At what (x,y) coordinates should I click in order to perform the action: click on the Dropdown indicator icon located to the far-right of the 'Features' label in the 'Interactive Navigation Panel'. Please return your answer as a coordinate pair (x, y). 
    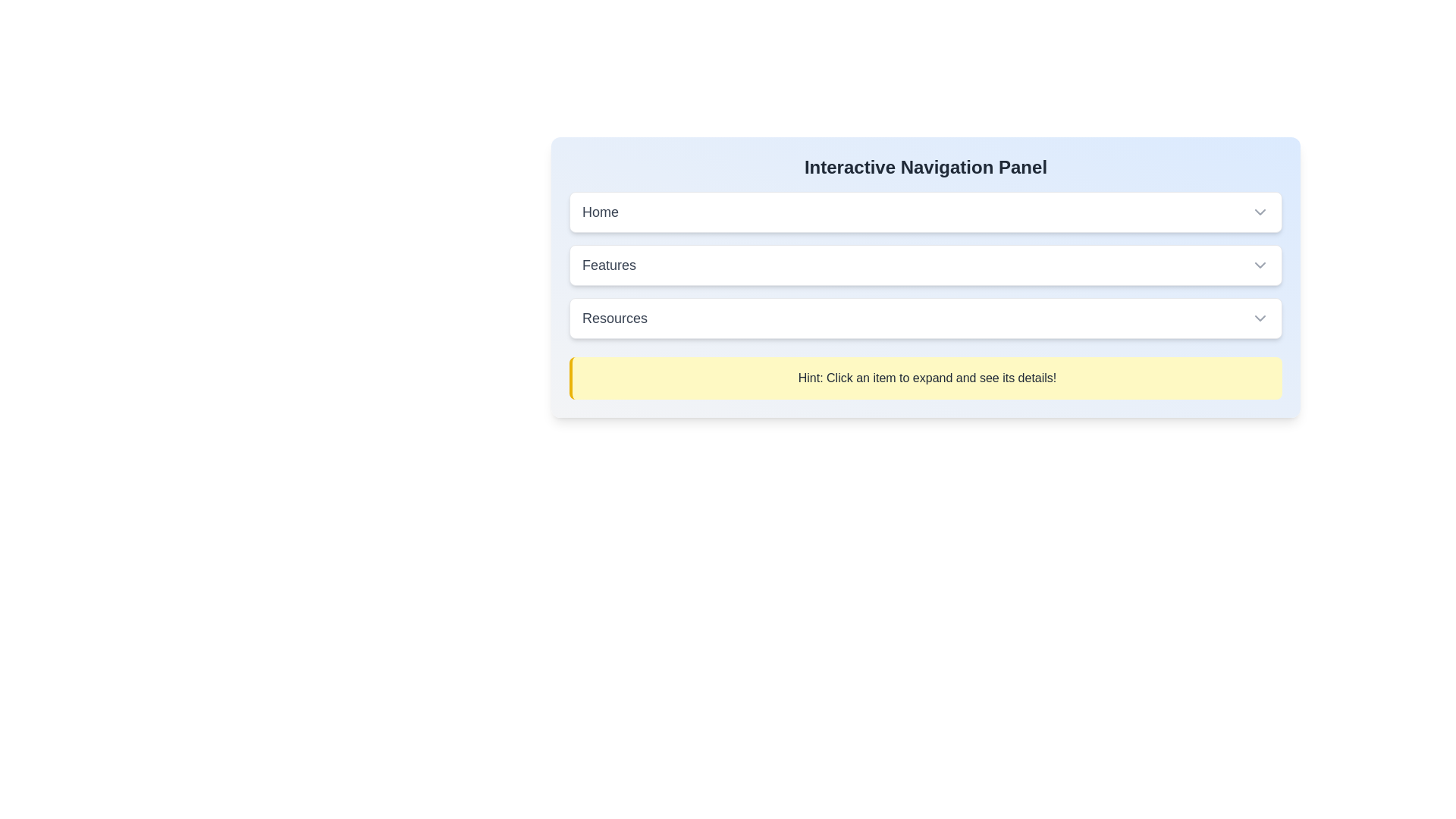
    Looking at the image, I should click on (1260, 265).